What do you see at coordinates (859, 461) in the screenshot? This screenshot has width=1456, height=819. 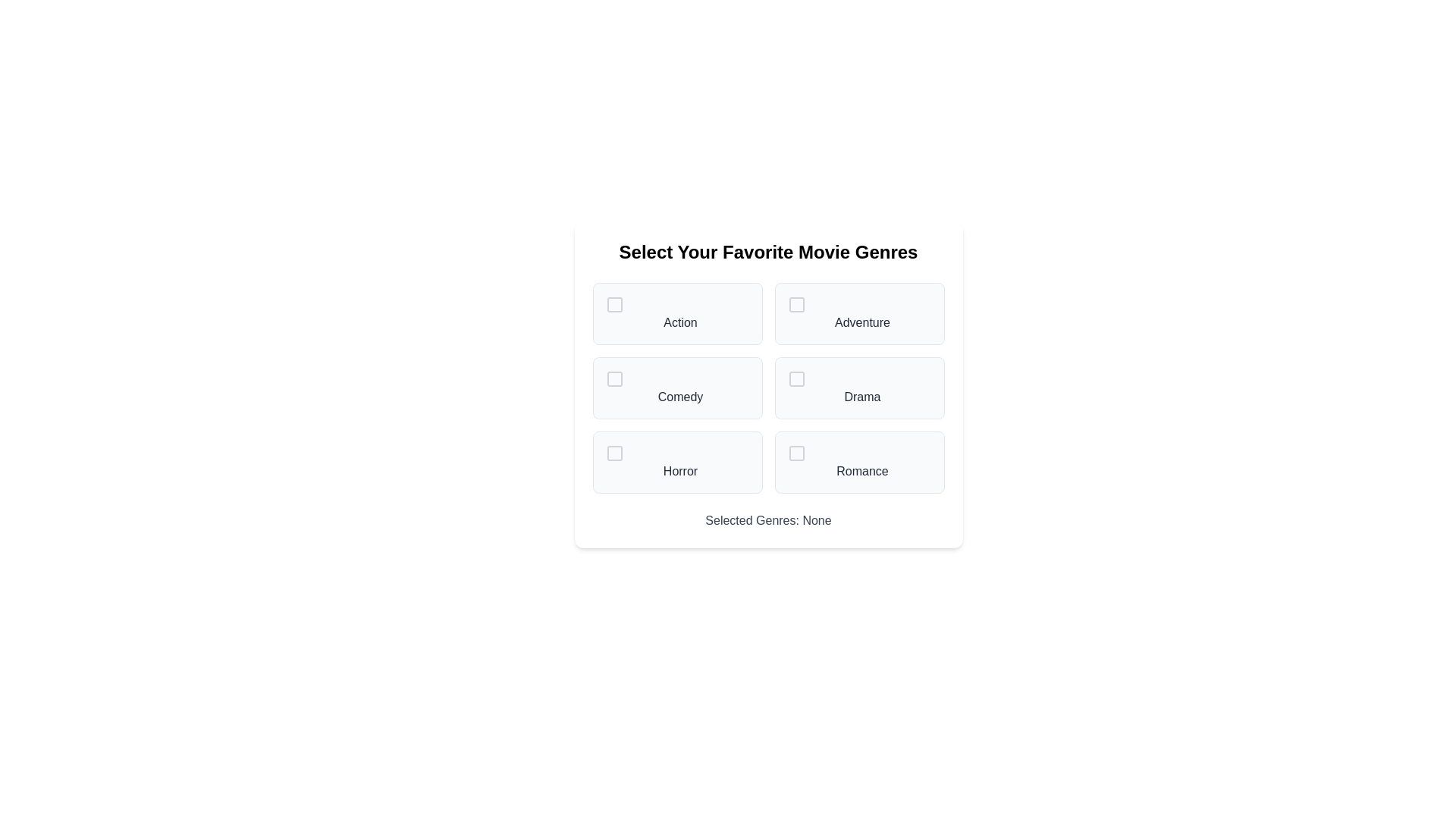 I see `the genre Romance to observe its hover effect` at bounding box center [859, 461].